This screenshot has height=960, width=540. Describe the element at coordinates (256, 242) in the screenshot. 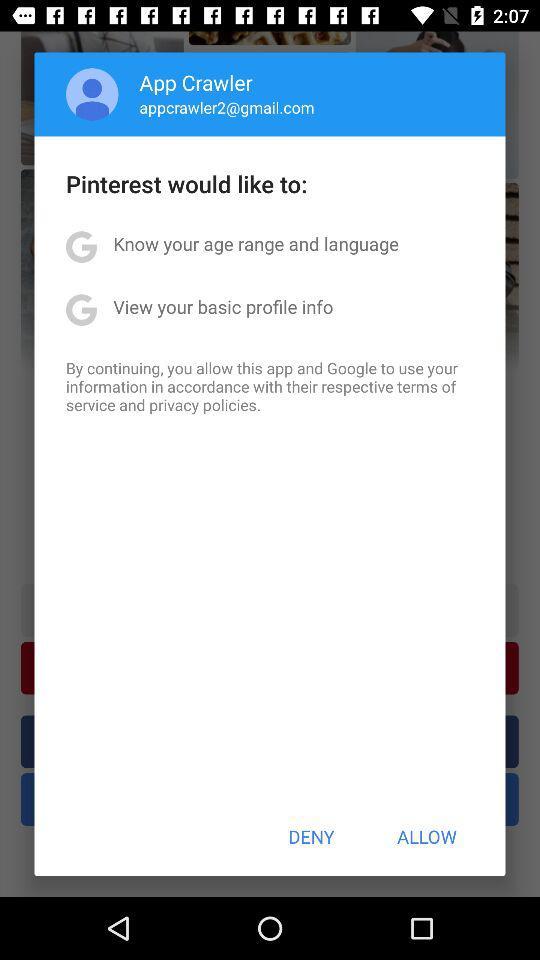

I see `the know your age app` at that location.